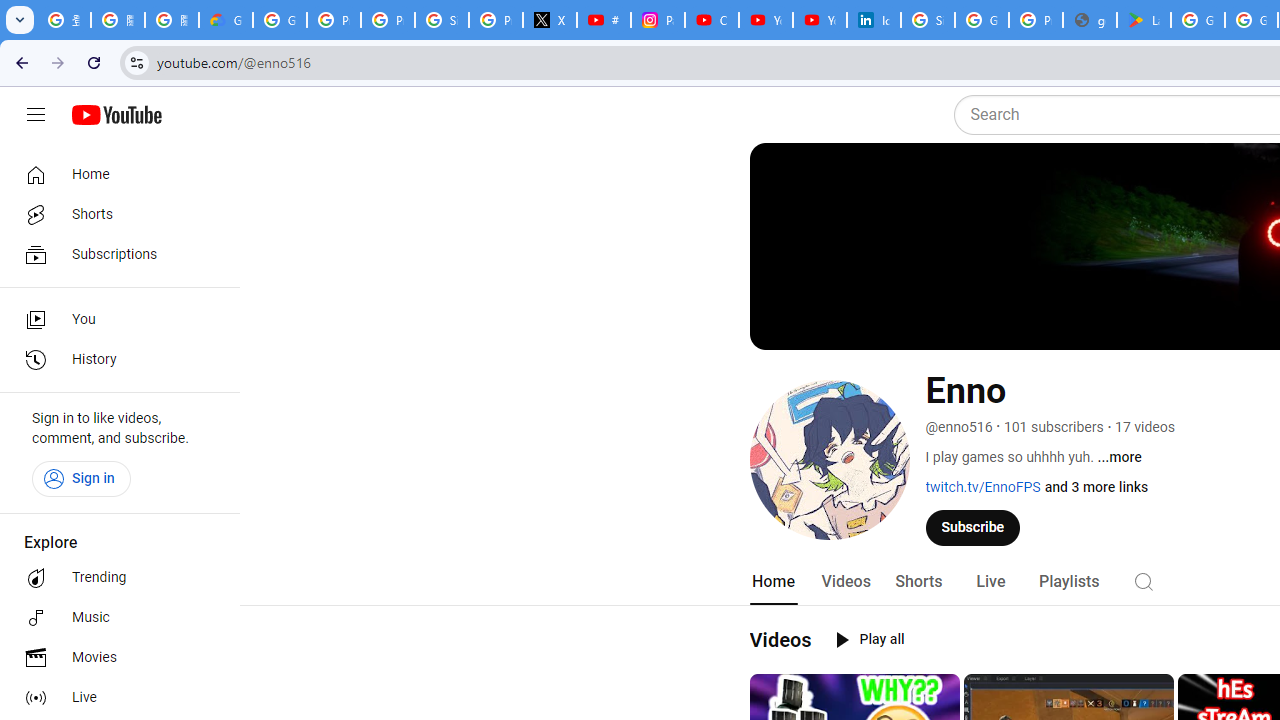  Describe the element at coordinates (1144, 20) in the screenshot. I see `'Last Shelter: Survival - Apps on Google Play'` at that location.